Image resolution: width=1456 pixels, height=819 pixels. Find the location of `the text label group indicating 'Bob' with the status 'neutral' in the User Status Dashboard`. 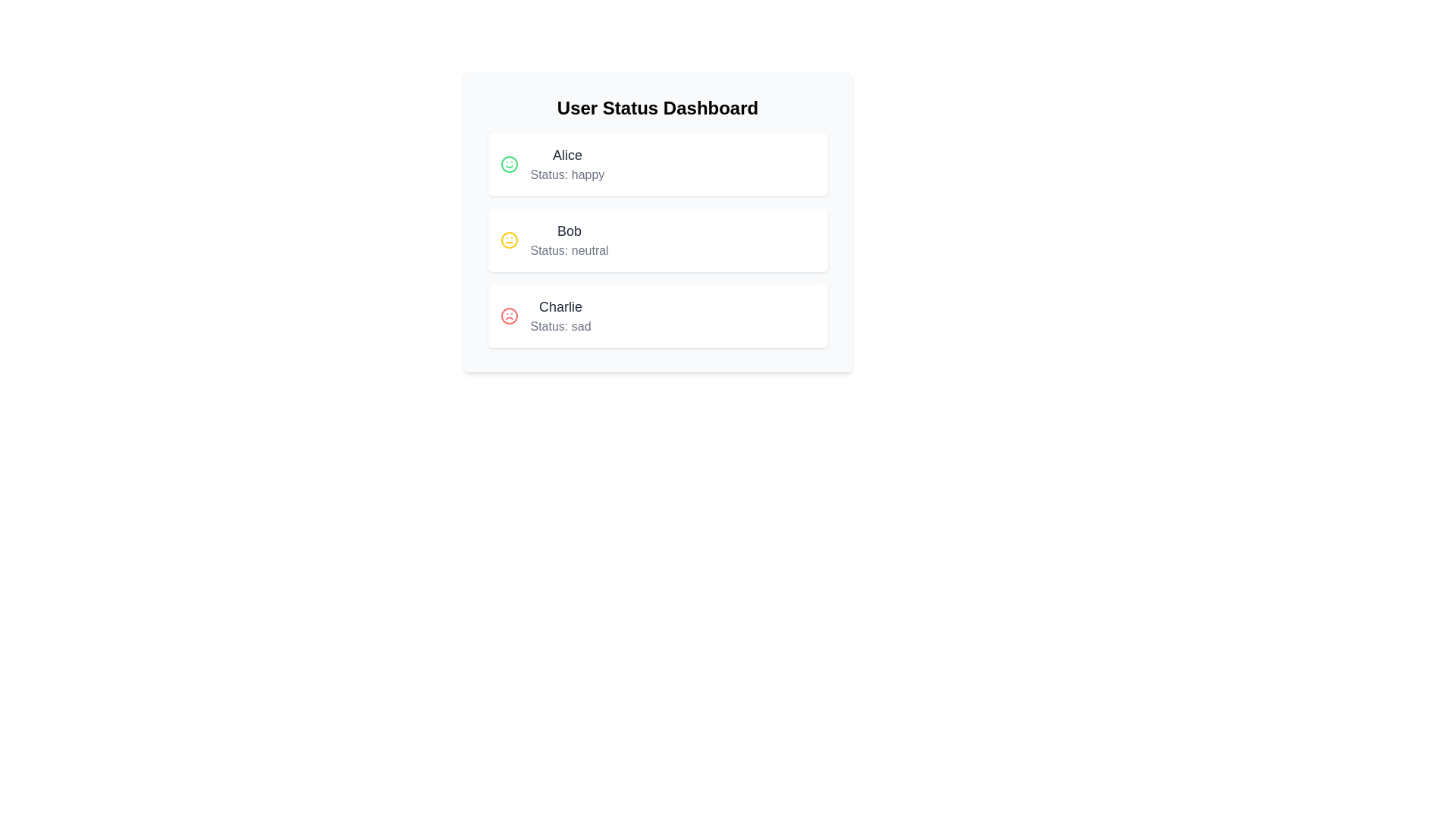

the text label group indicating 'Bob' with the status 'neutral' in the User Status Dashboard is located at coordinates (569, 239).